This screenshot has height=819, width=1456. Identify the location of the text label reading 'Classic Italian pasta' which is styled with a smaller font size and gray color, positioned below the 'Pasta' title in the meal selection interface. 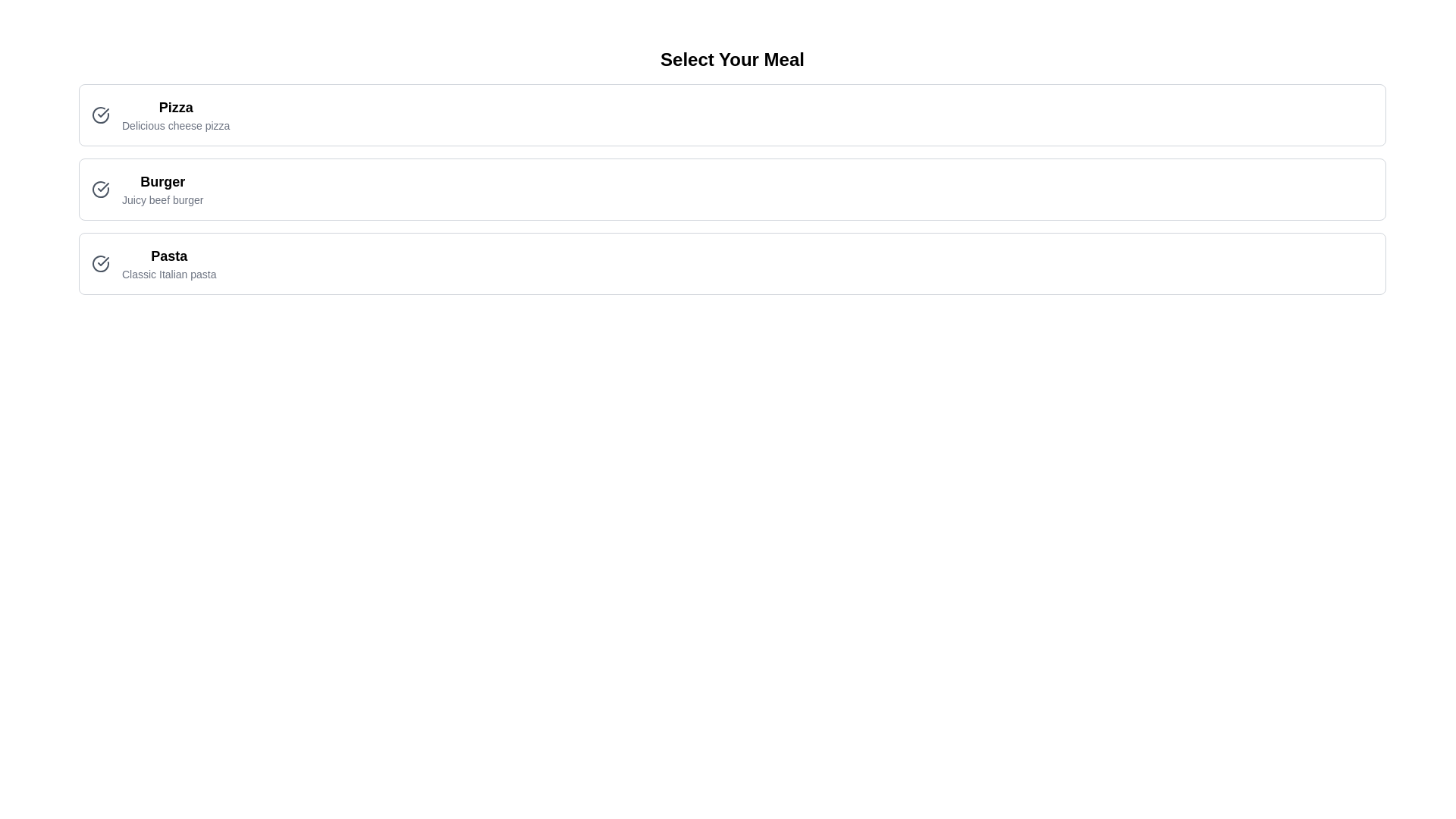
(169, 275).